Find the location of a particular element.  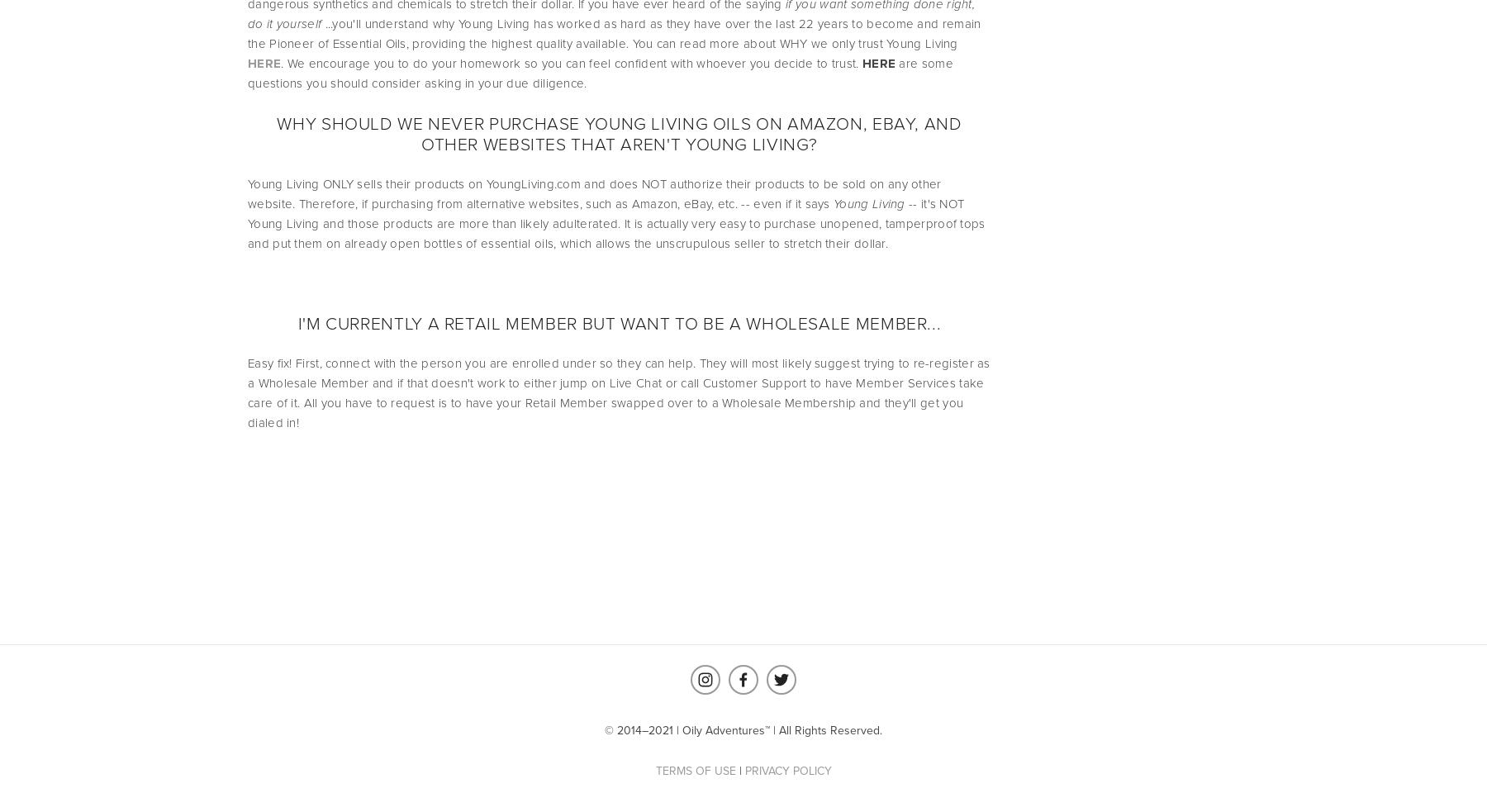

'Easy fix! First, connect with the person you are enrolled under so they can help. They will most likely suggest trying to re-register as a Wholesale Member and if that doesn't work to either jump on Live Chat or call Customer Support to have Member Services take care of it. All you have to request is to have your Retail Member swapped over to a Wholesale Membership and they'll get you dialed in!' is located at coordinates (620, 392).